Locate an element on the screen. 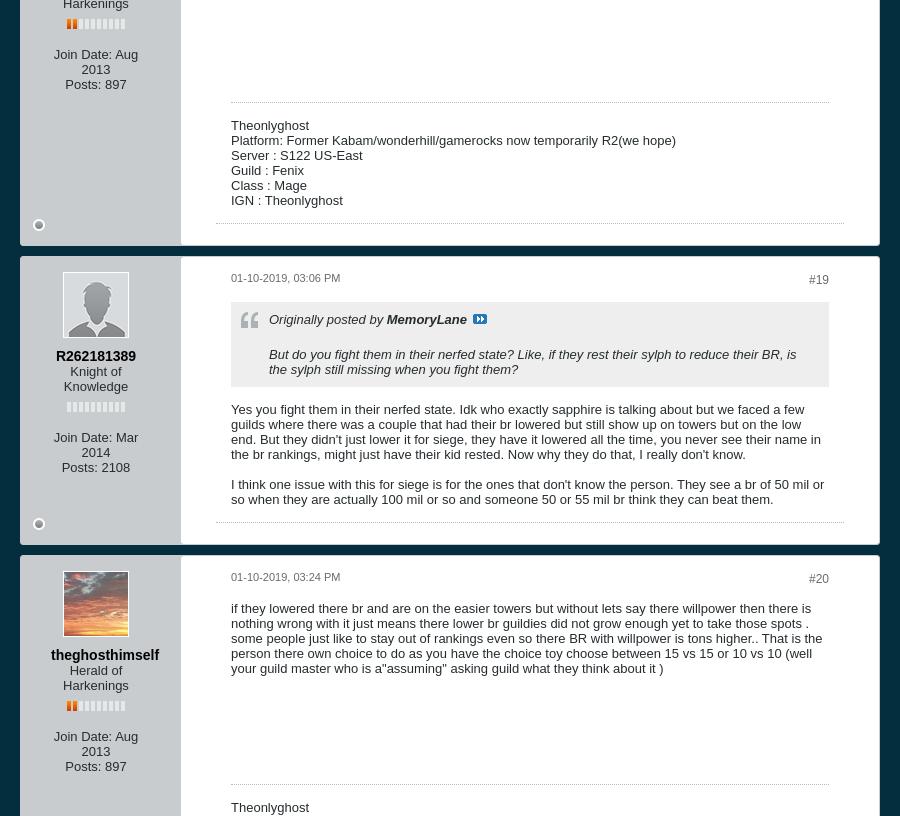 Image resolution: width=900 pixels, height=816 pixels. 'Yes you fight them in their nerfed state.  Idk who exactly sapphire is talking about but we faced a few guilds where there was a couple that had their br lowered but still show up on towers but on the low end.  But they didn't just lower it for siege, they have it lowered all the time, you never see their name in the br rankings, might just have their kid rested.  Now why they do that, I really don't know.' is located at coordinates (524, 430).